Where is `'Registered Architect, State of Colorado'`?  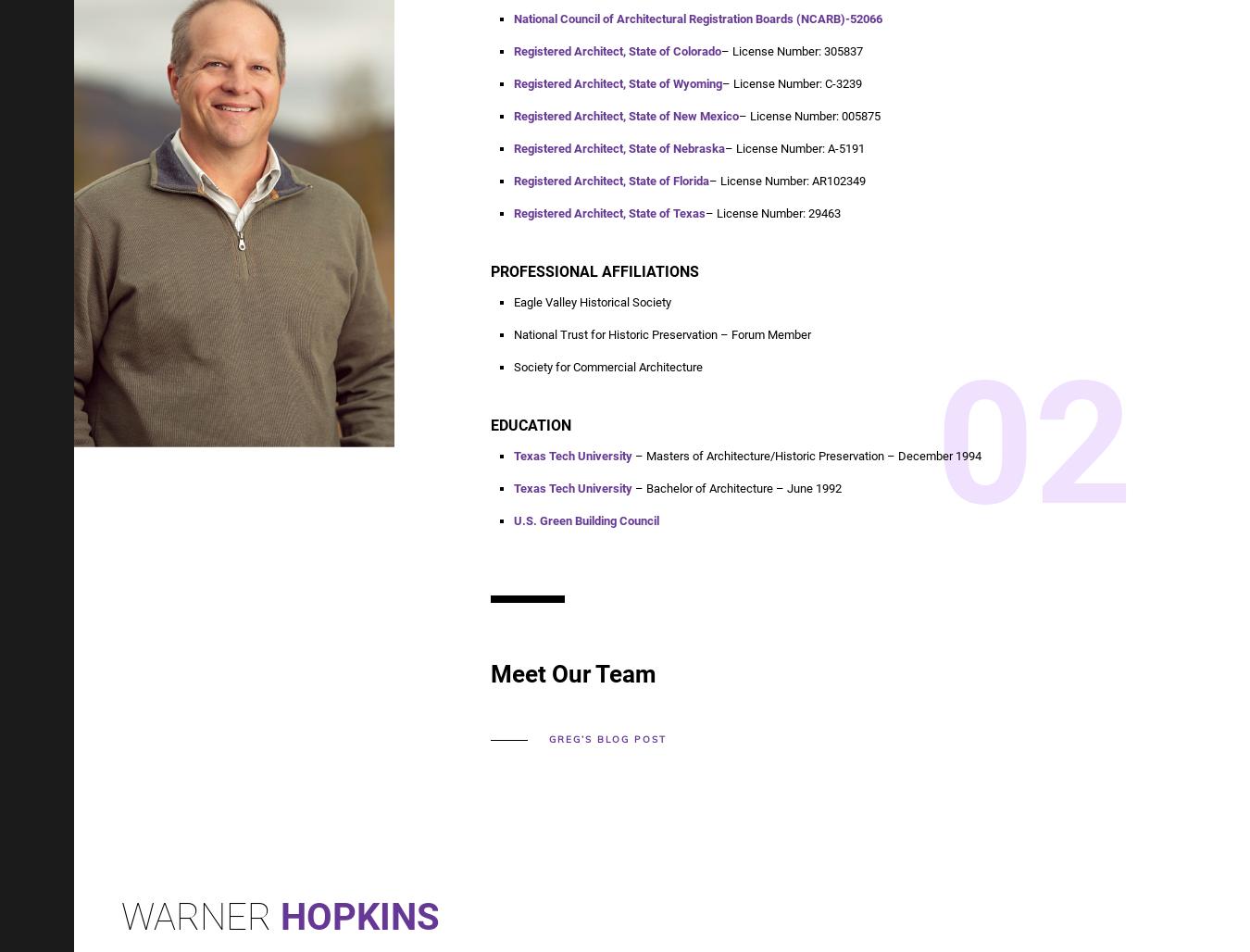 'Registered Architect, State of Colorado' is located at coordinates (618, 51).